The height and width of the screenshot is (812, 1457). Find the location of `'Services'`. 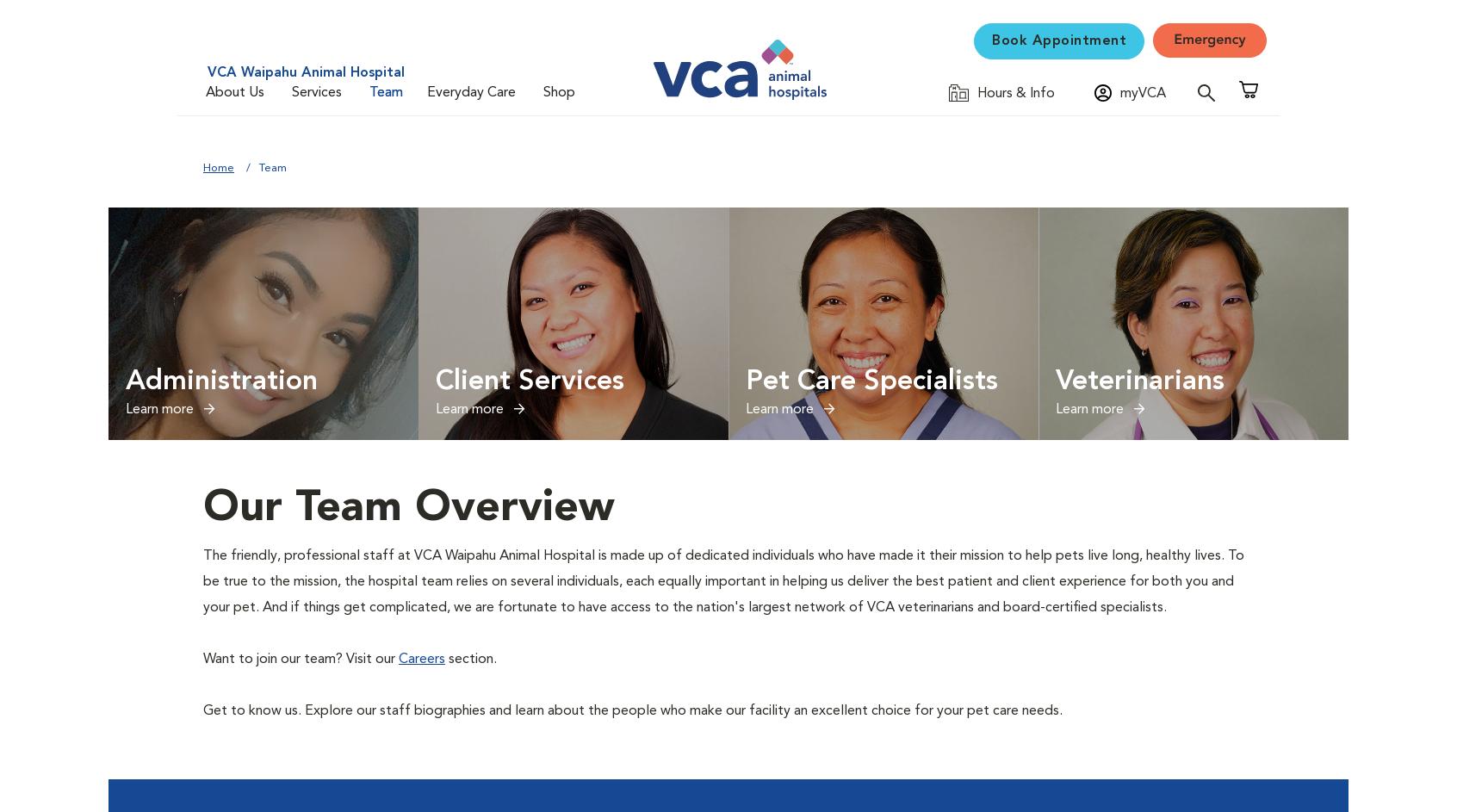

'Services' is located at coordinates (317, 92).